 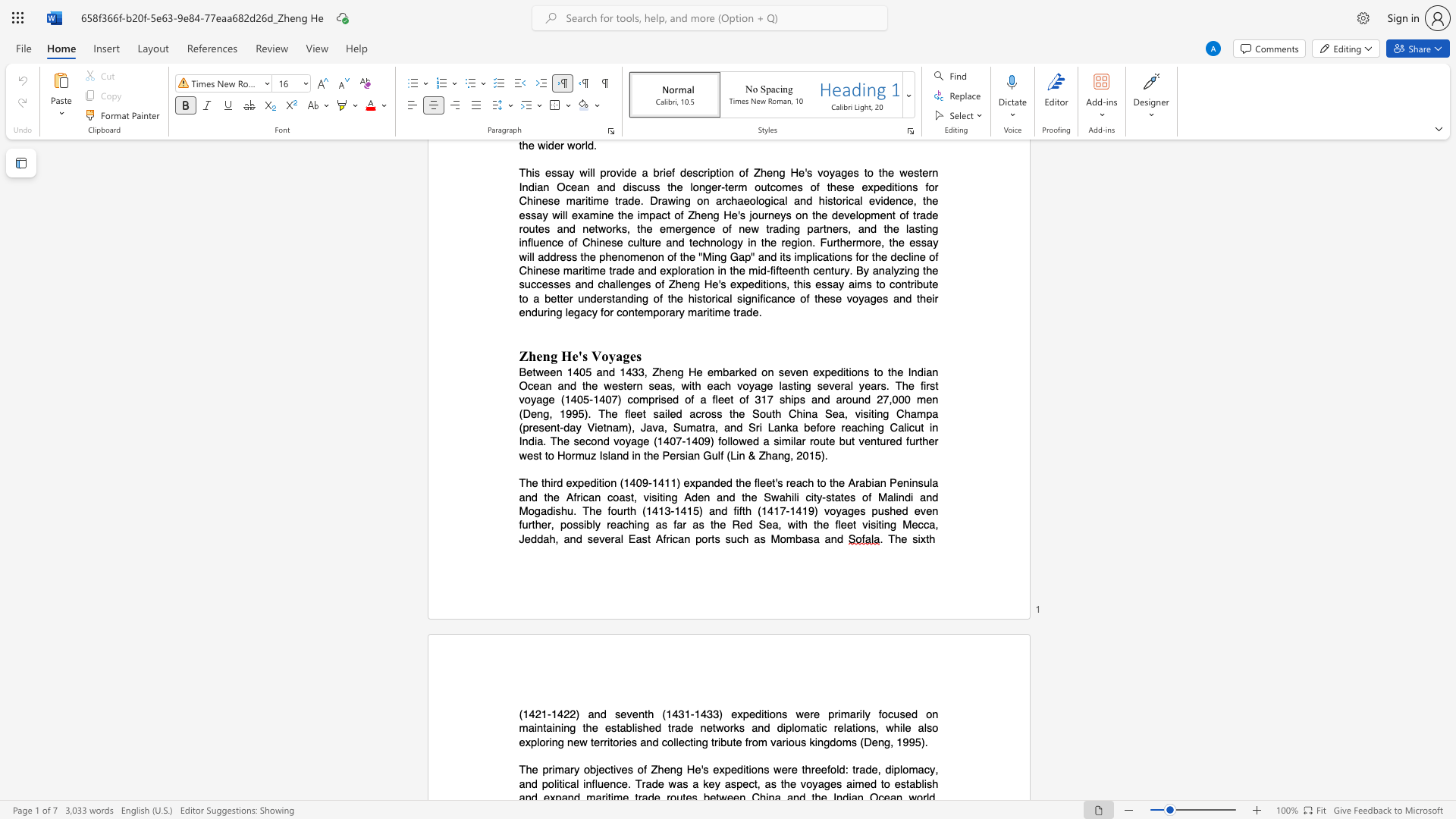 What do you see at coordinates (582, 770) in the screenshot?
I see `the subset text "obj" within the text "objectives"` at bounding box center [582, 770].